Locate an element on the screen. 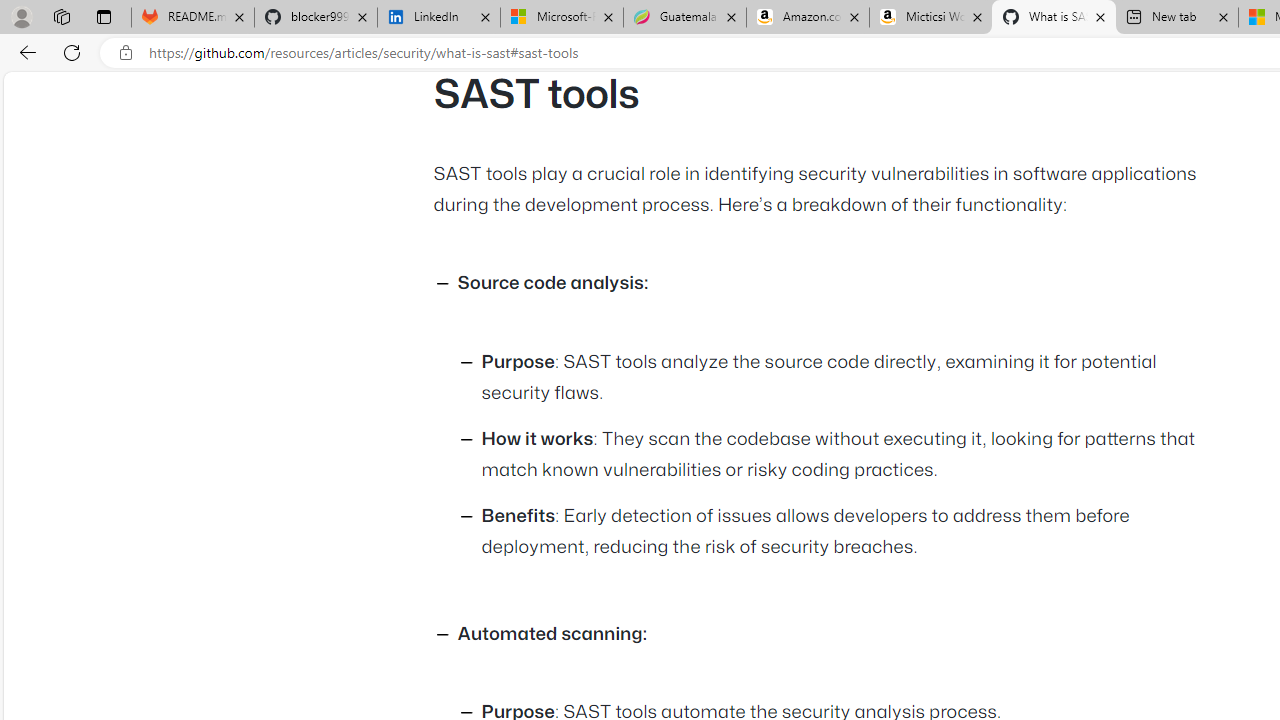 This screenshot has height=720, width=1280. 'LinkedIn' is located at coordinates (438, 17).